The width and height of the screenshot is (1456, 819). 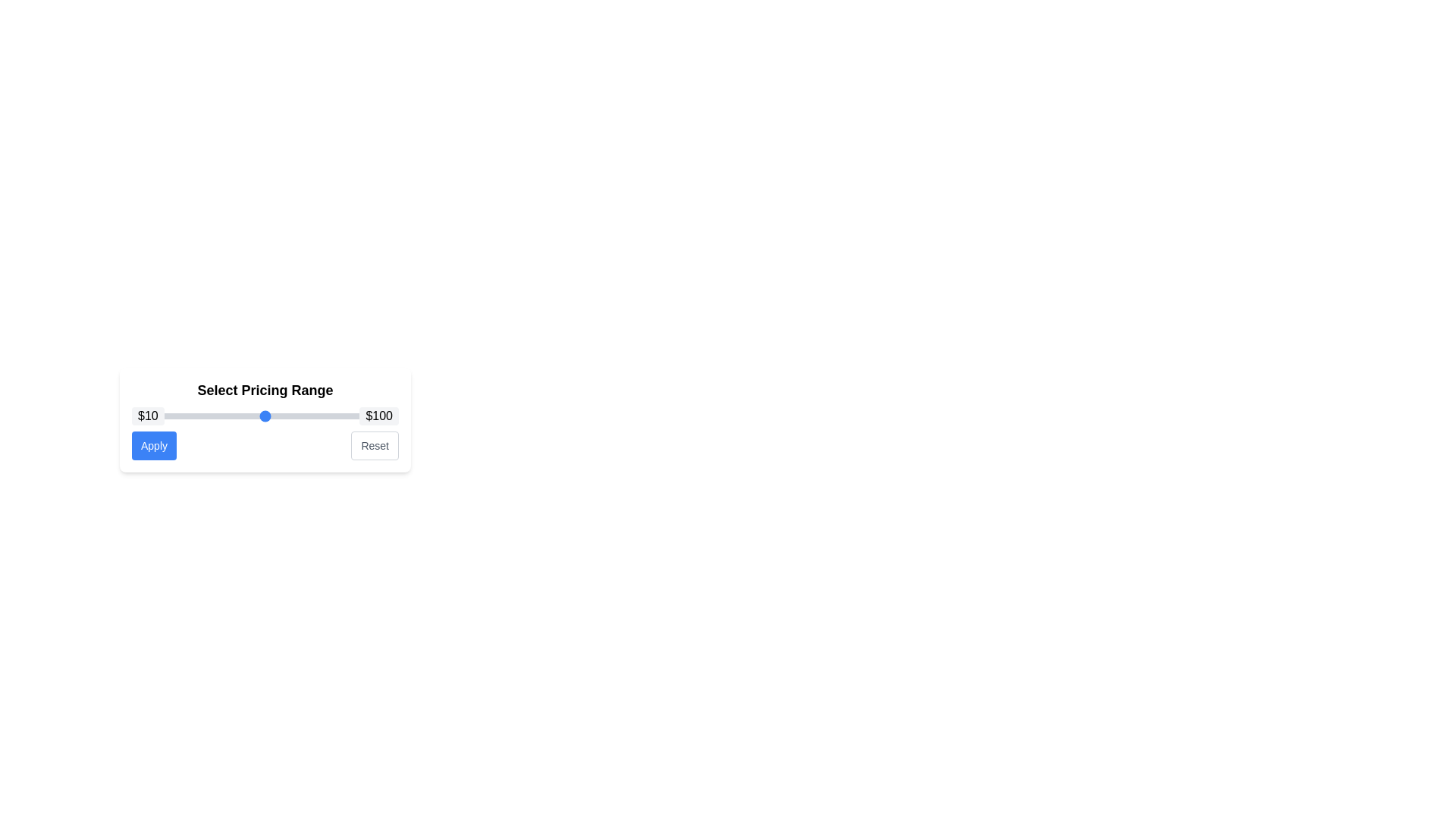 I want to click on the blue 'Apply' button with rounded corners, so click(x=154, y=444).